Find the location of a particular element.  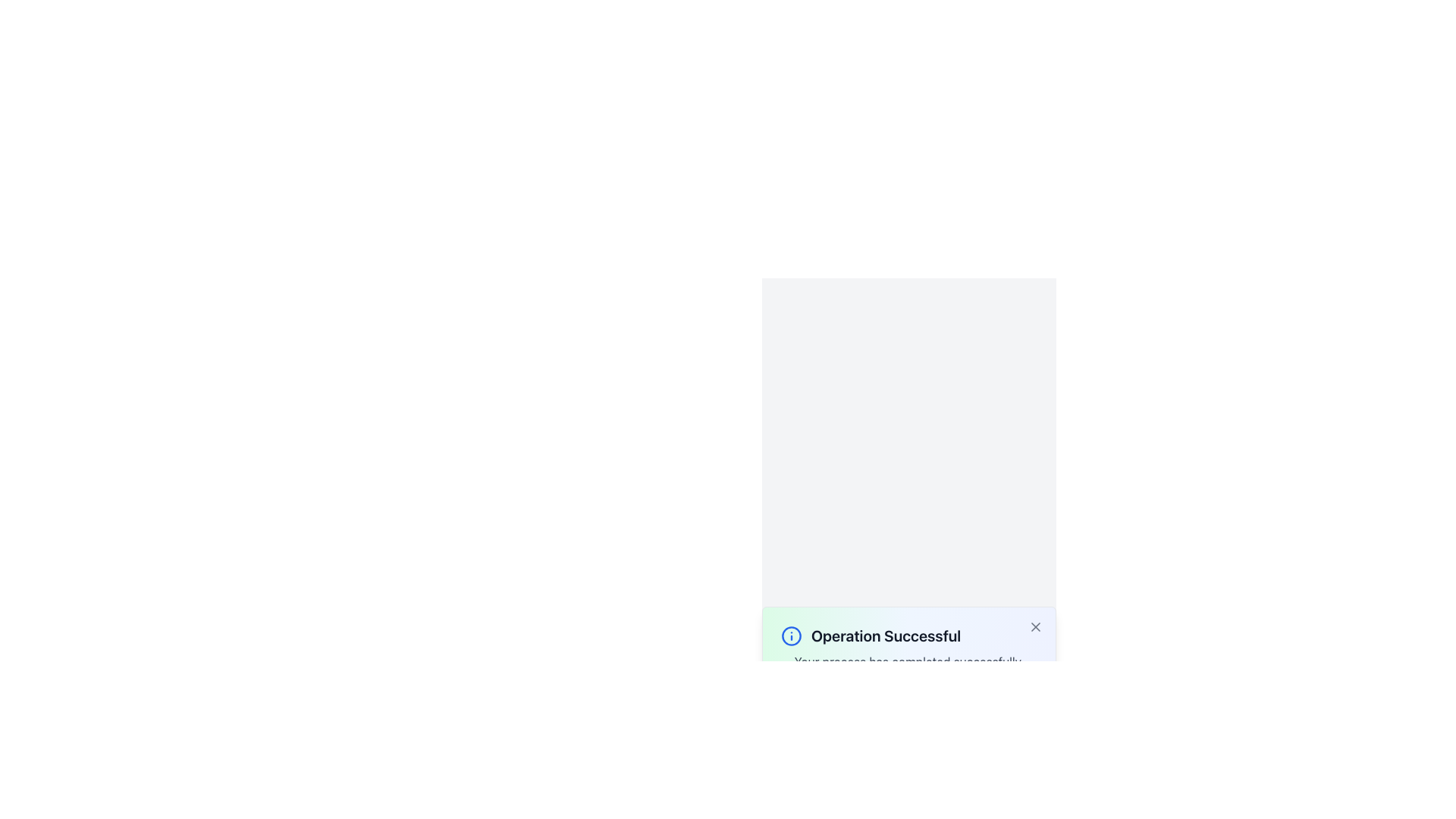

the blue circular outline of the information icon located at the bottom-left corner of the notification panel displaying 'Operation Successful' is located at coordinates (790, 636).